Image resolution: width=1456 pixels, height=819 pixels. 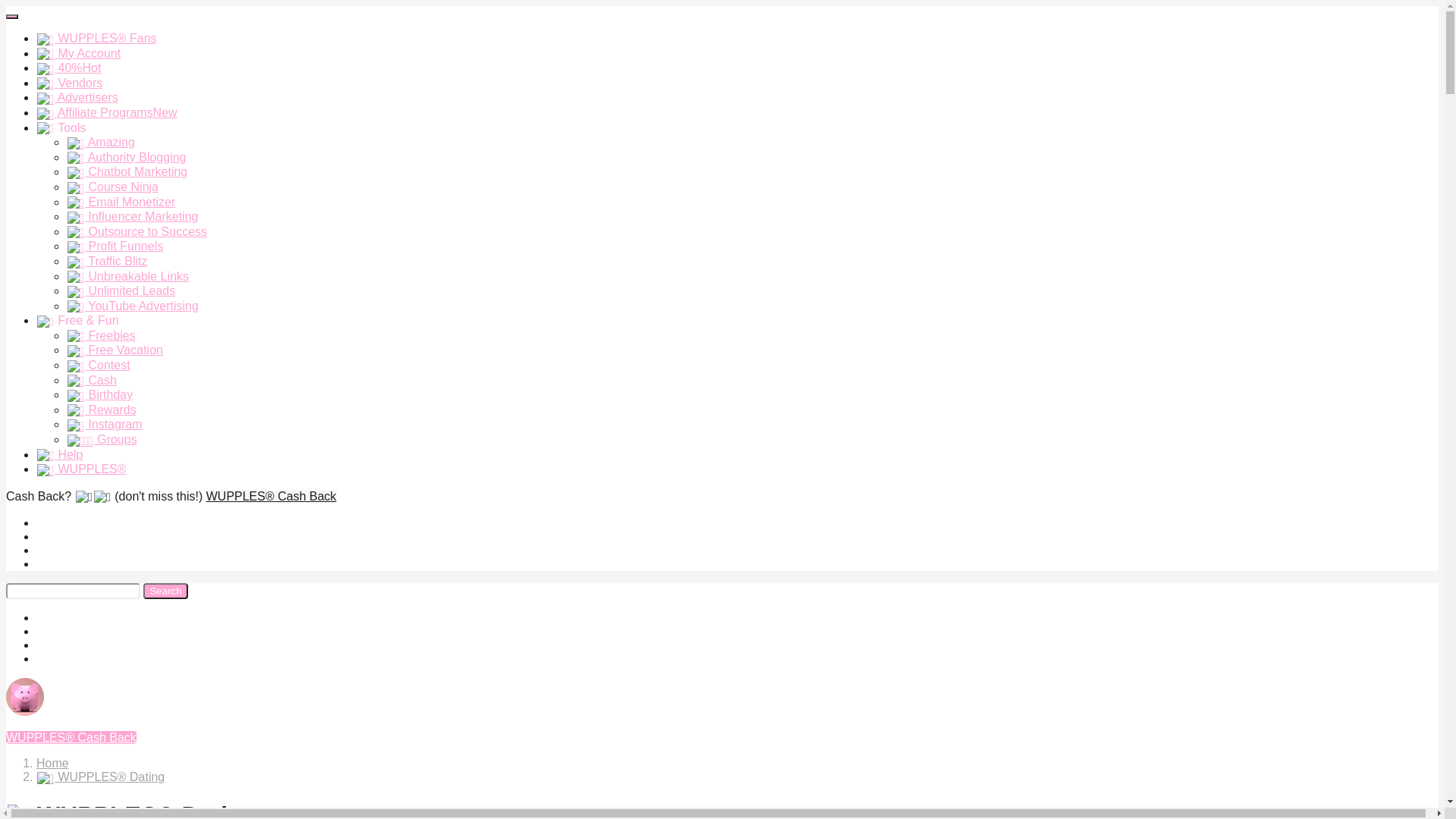 I want to click on 'Profit Funnels', so click(x=65, y=245).